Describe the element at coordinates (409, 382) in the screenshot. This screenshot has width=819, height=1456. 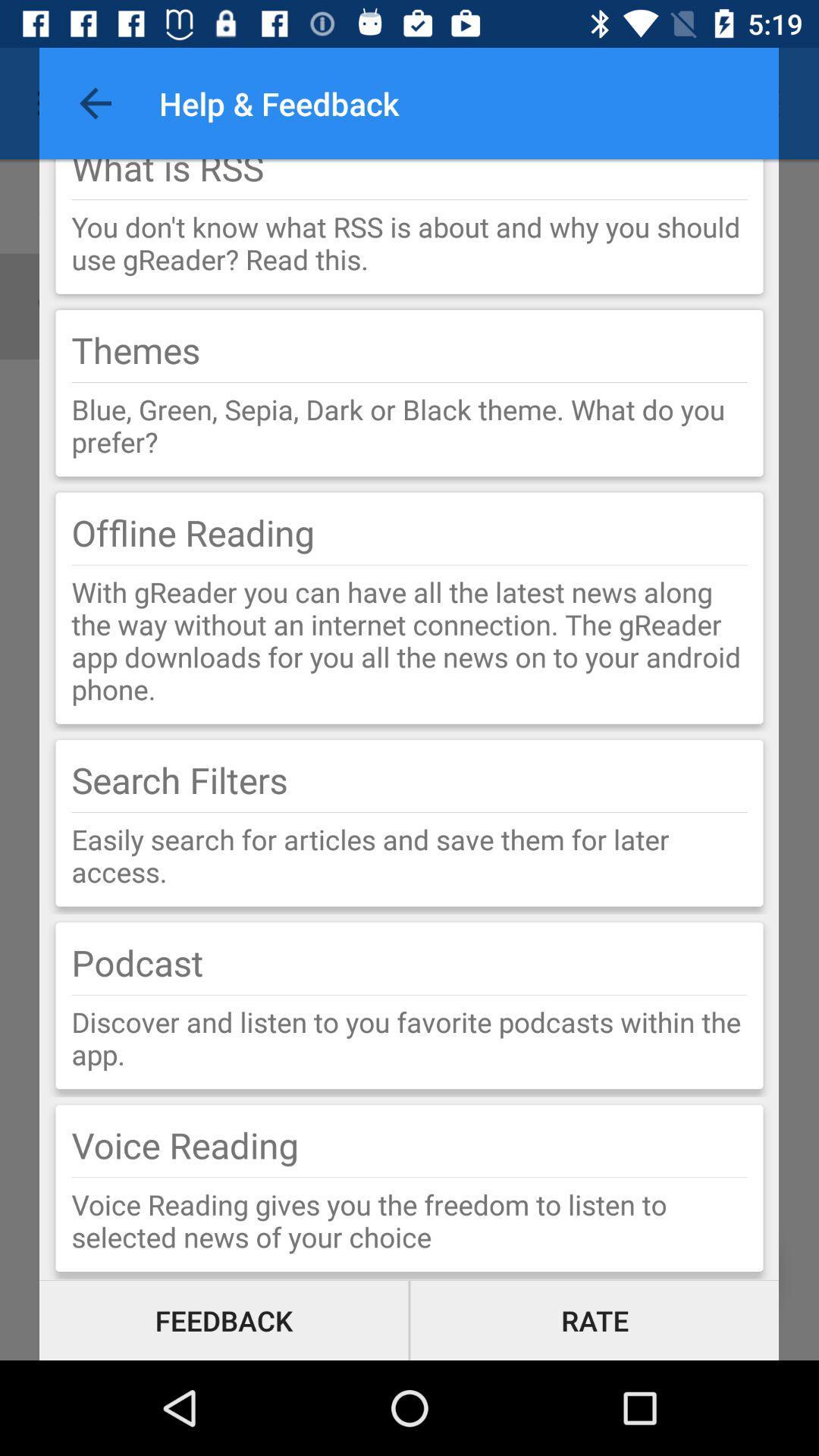
I see `the item above the blue green sepia` at that location.